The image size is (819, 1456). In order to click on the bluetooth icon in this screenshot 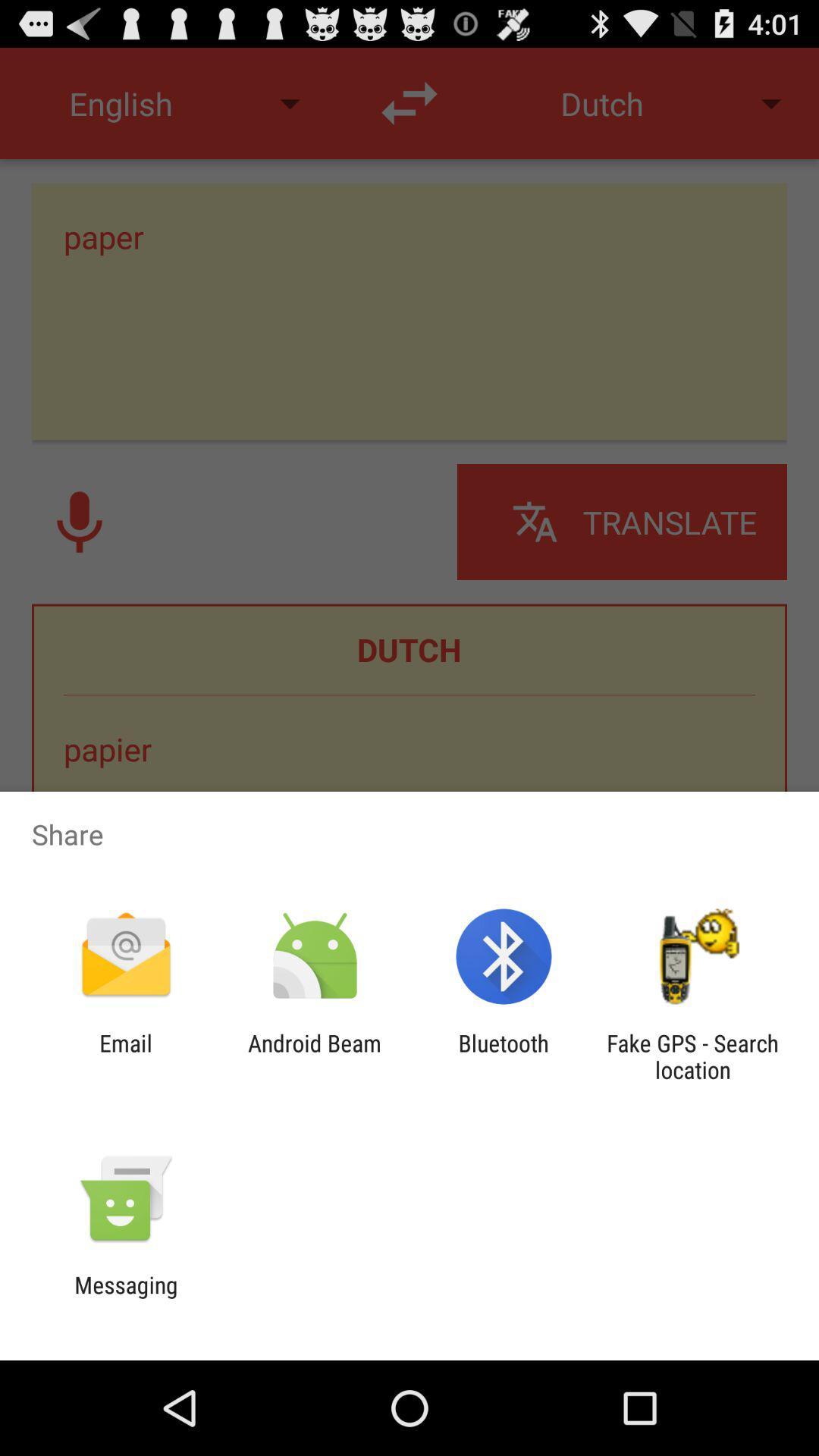, I will do `click(504, 1056)`.